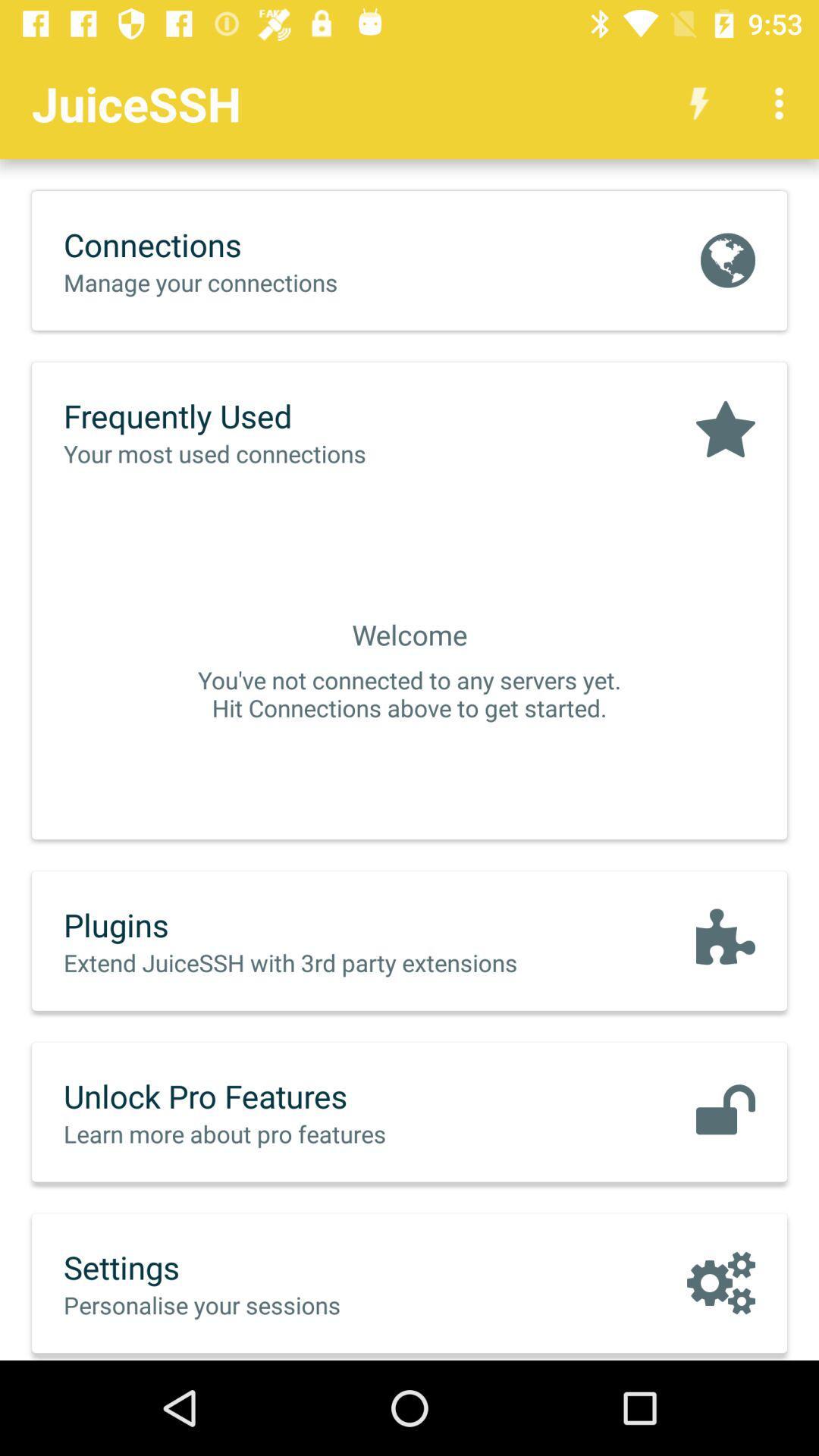 This screenshot has height=1456, width=819. What do you see at coordinates (322, 924) in the screenshot?
I see `the plugins item` at bounding box center [322, 924].